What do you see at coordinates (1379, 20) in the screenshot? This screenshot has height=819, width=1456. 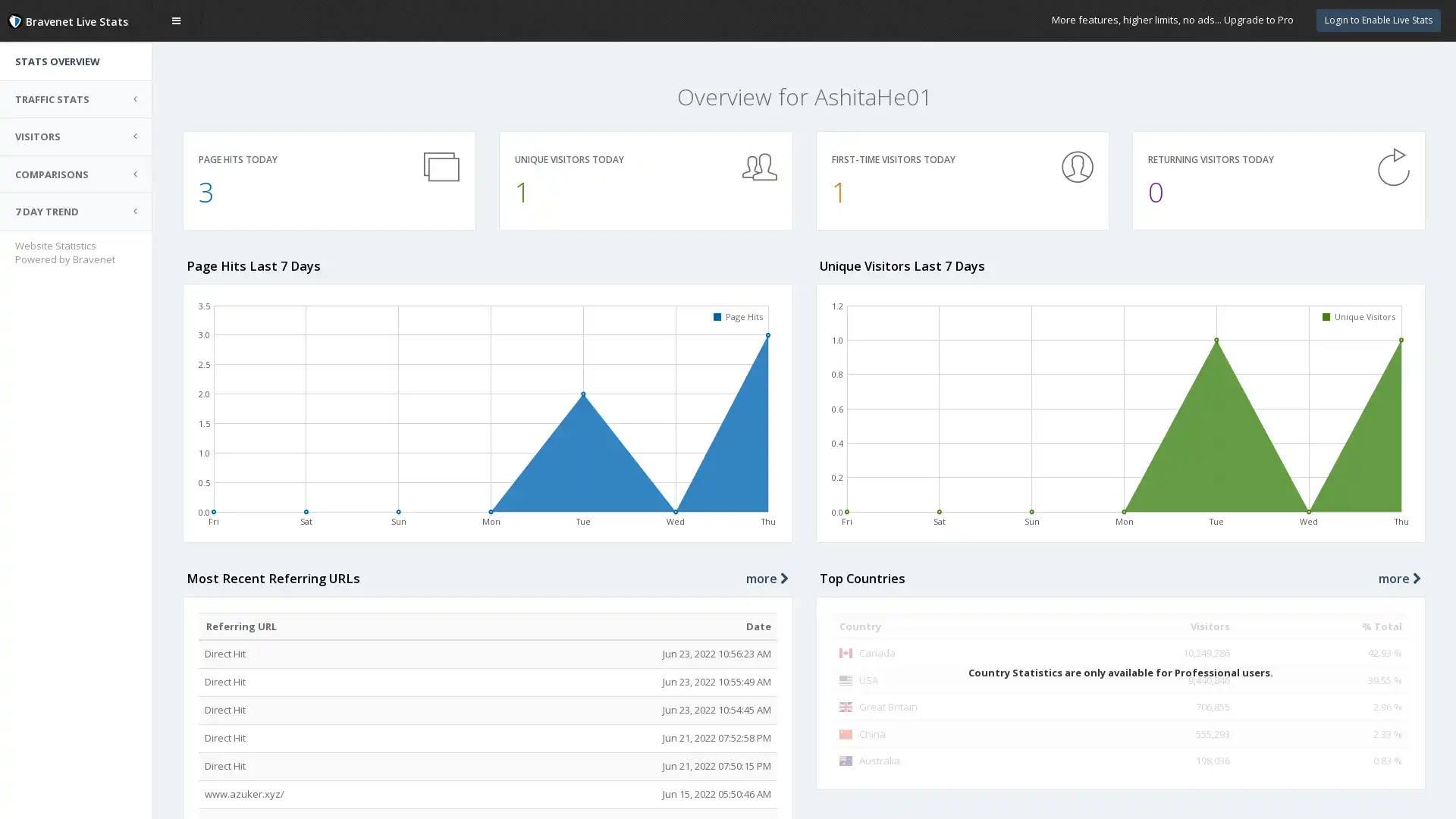 I see `Login to Enable Live Stats` at bounding box center [1379, 20].